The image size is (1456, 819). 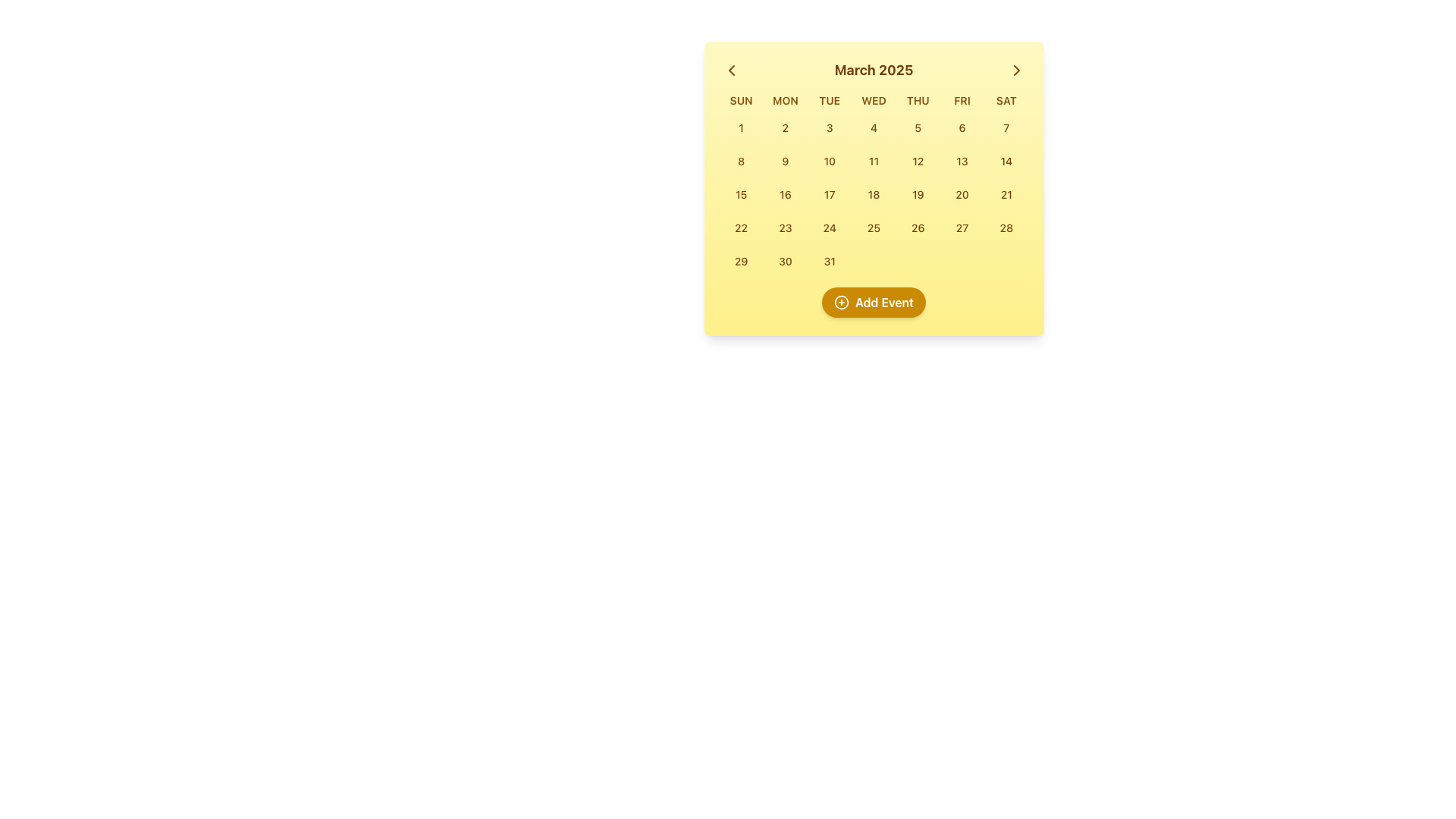 What do you see at coordinates (741, 260) in the screenshot?
I see `the Calendar Date Cell displaying '29' in bold brown text with a yellow background` at bounding box center [741, 260].